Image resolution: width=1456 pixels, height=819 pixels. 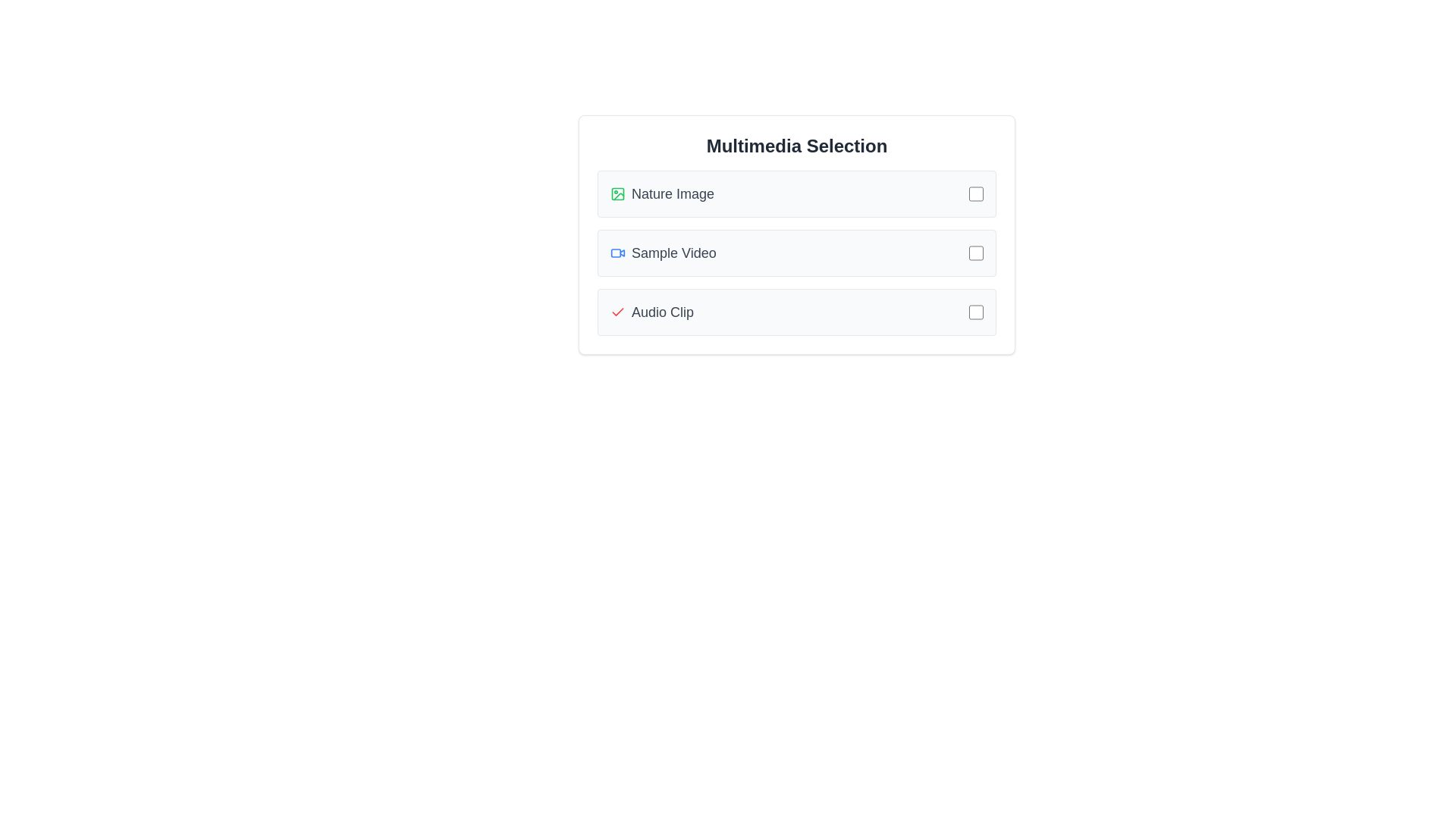 What do you see at coordinates (672, 193) in the screenshot?
I see `text label that reads 'Nature Image', which is styled in gray with a larger font size and is part of the multimedia selection menu` at bounding box center [672, 193].